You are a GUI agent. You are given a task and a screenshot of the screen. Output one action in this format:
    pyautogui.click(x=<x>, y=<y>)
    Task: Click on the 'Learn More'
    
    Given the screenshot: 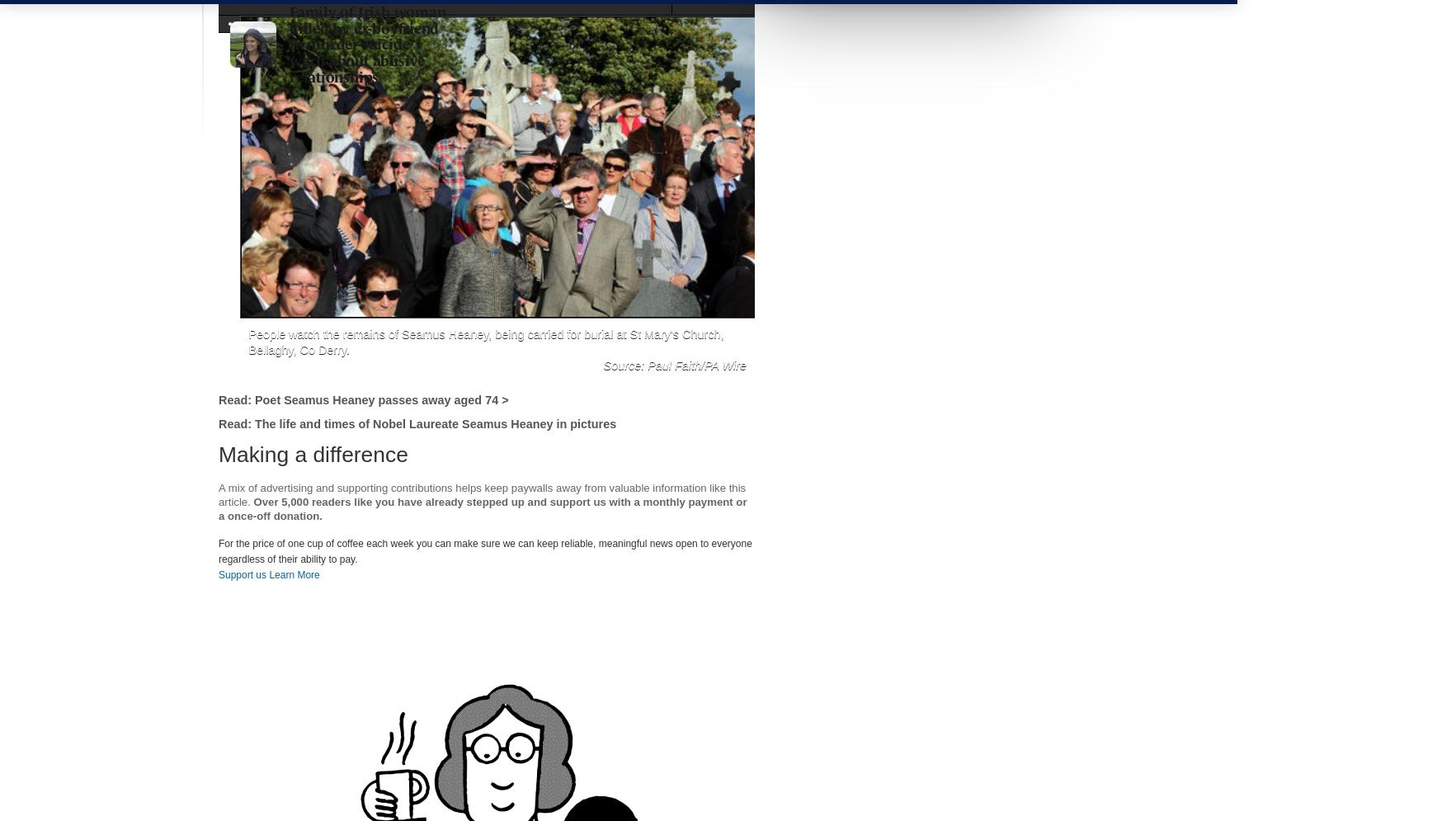 What is the action you would take?
    pyautogui.click(x=293, y=574)
    